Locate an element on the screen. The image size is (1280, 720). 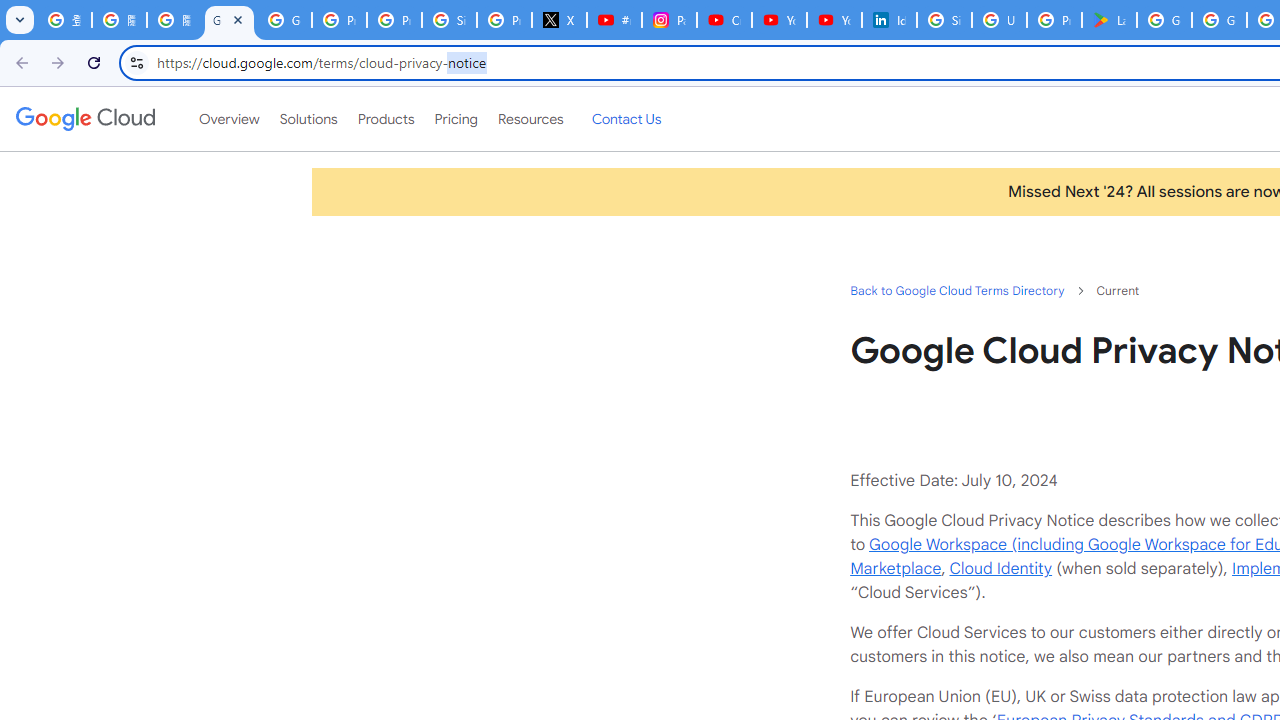
'Sign in - Google Accounts' is located at coordinates (448, 20).